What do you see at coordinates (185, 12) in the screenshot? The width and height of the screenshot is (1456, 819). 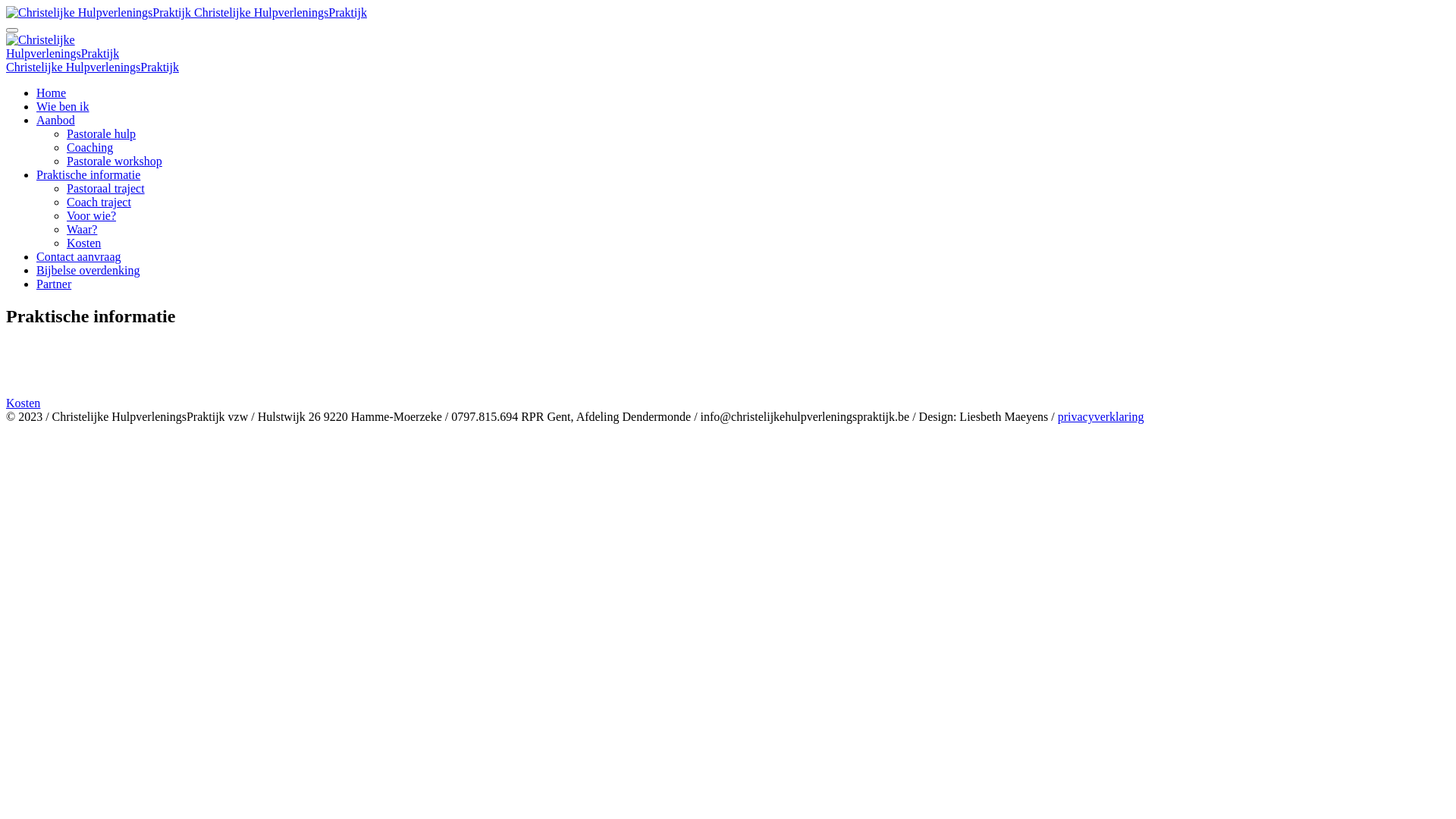 I see `'Christelijke HulpverleningsPraktijk'` at bounding box center [185, 12].